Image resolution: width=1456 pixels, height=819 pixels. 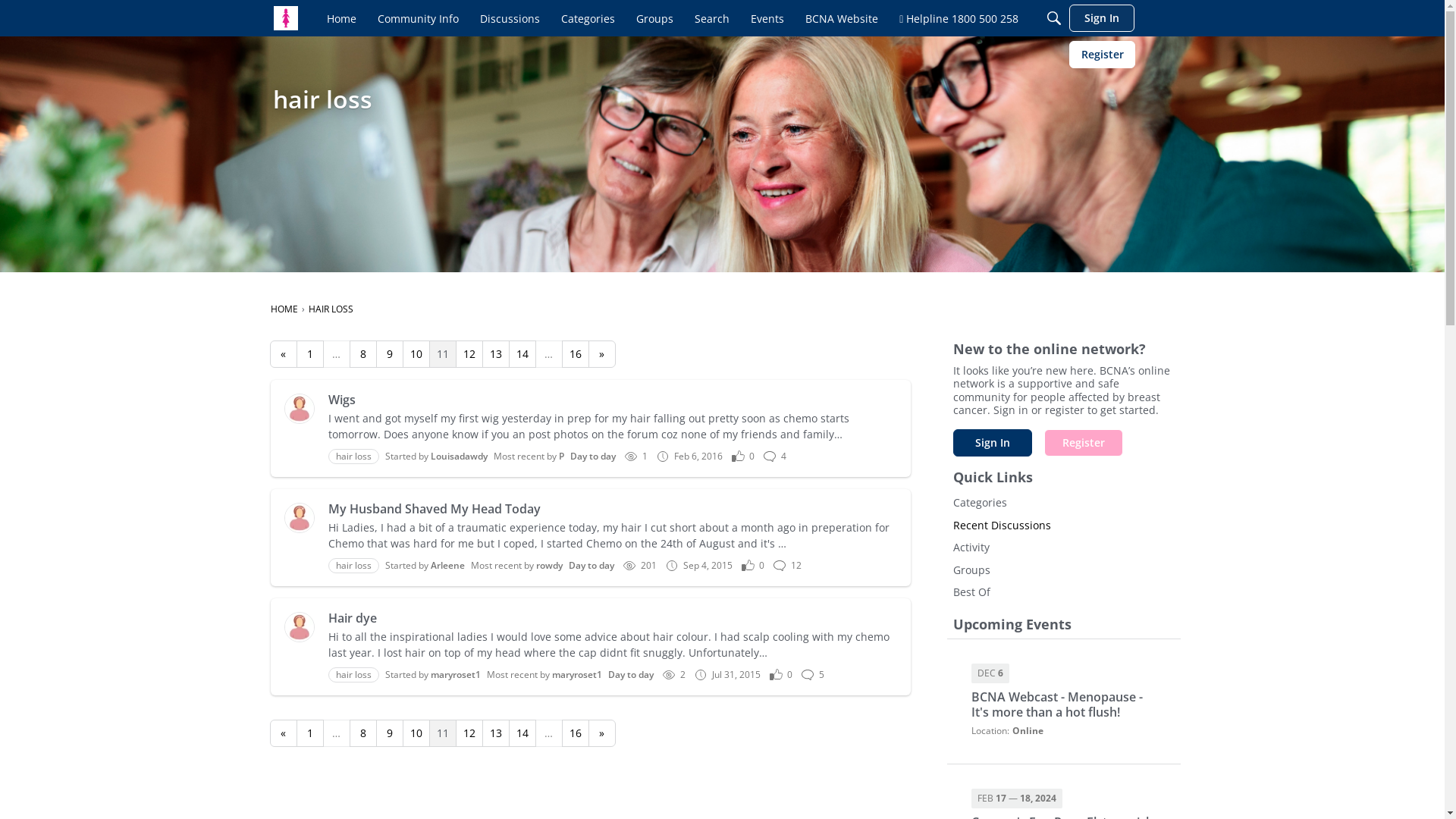 What do you see at coordinates (352, 674) in the screenshot?
I see `'hair loss'` at bounding box center [352, 674].